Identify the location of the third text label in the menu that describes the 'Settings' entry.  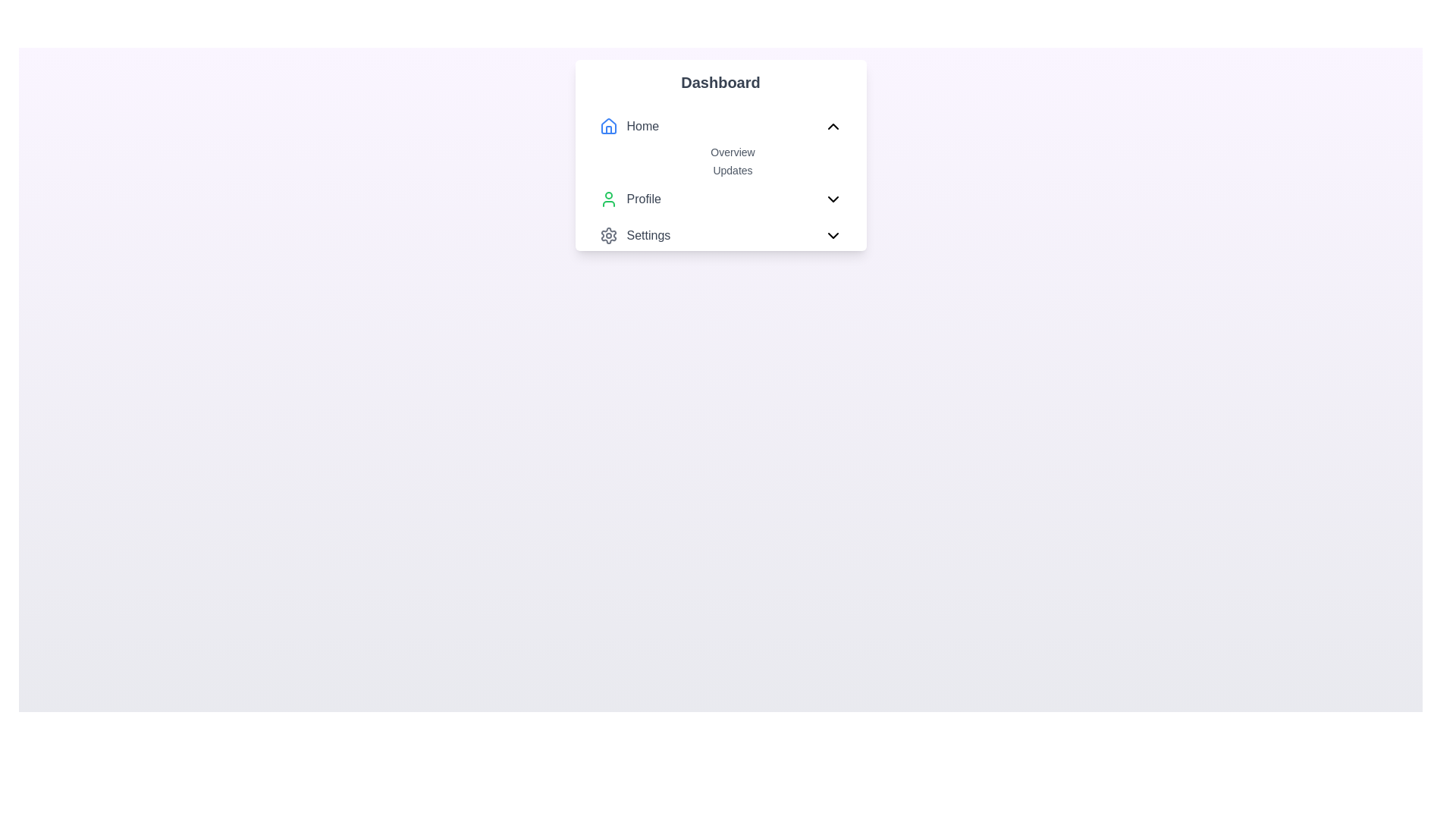
(648, 236).